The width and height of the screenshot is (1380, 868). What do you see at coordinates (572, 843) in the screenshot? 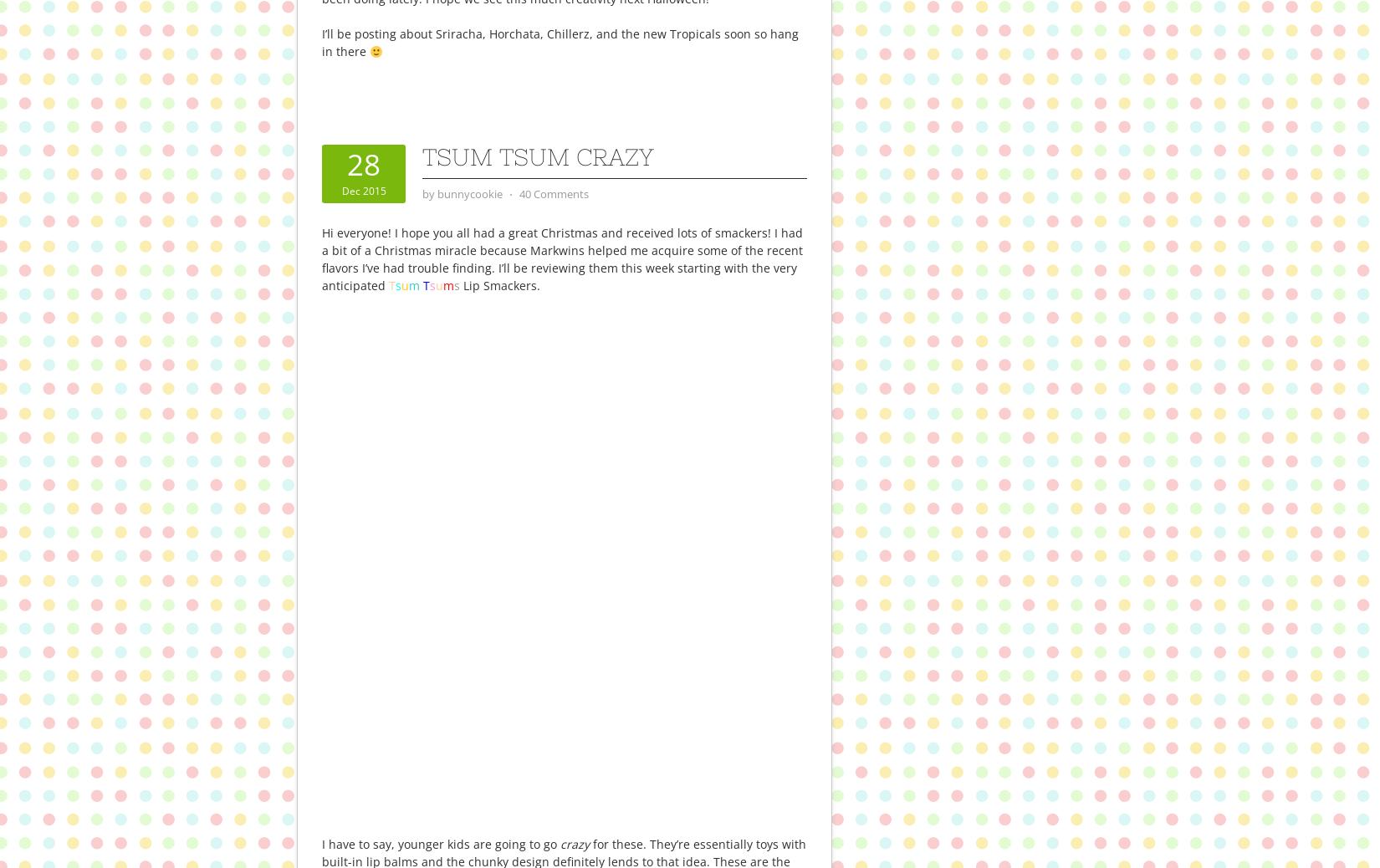
I see `'crazy'` at bounding box center [572, 843].